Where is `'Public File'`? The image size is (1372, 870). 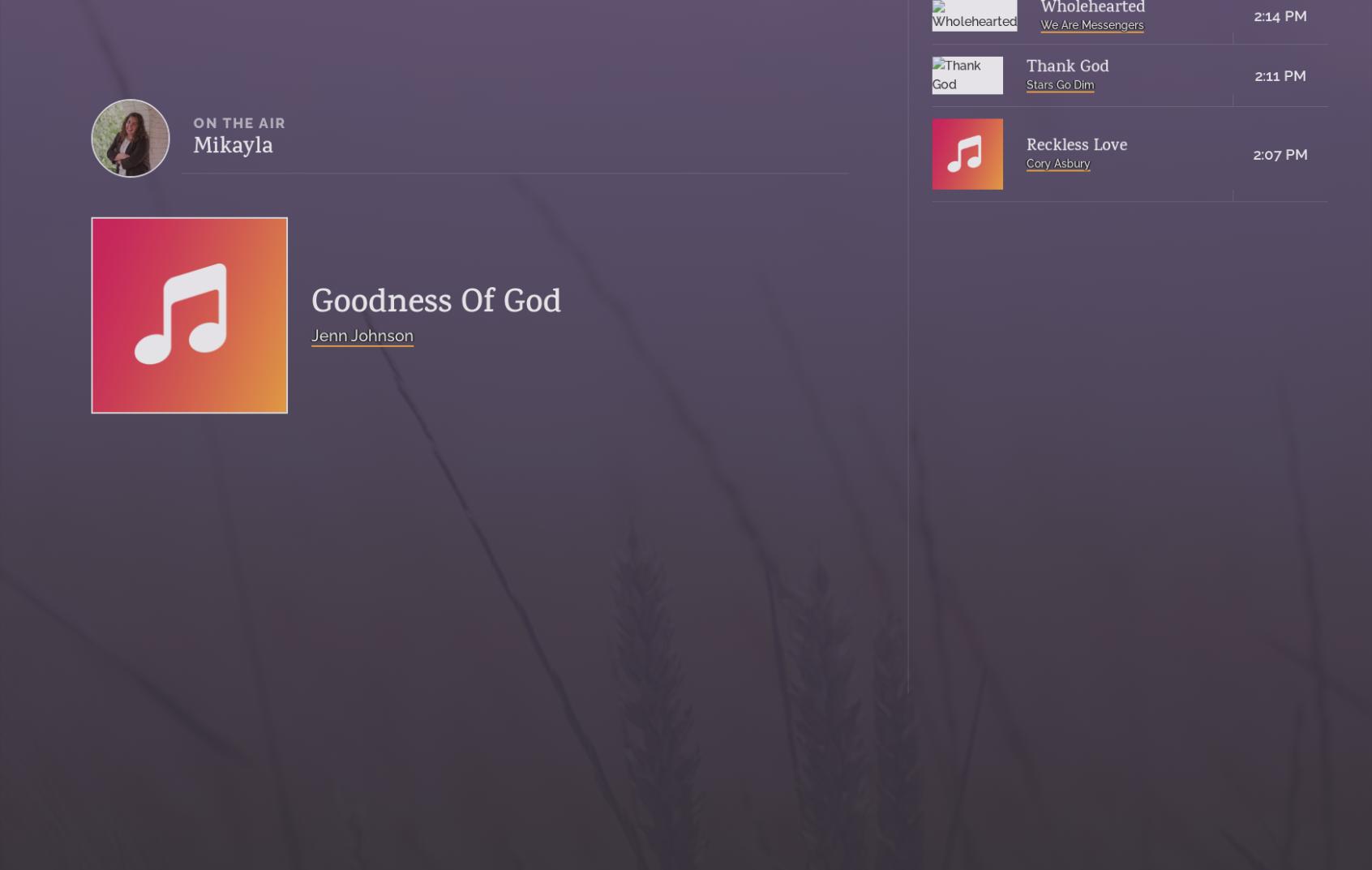
'Public File' is located at coordinates (332, 690).